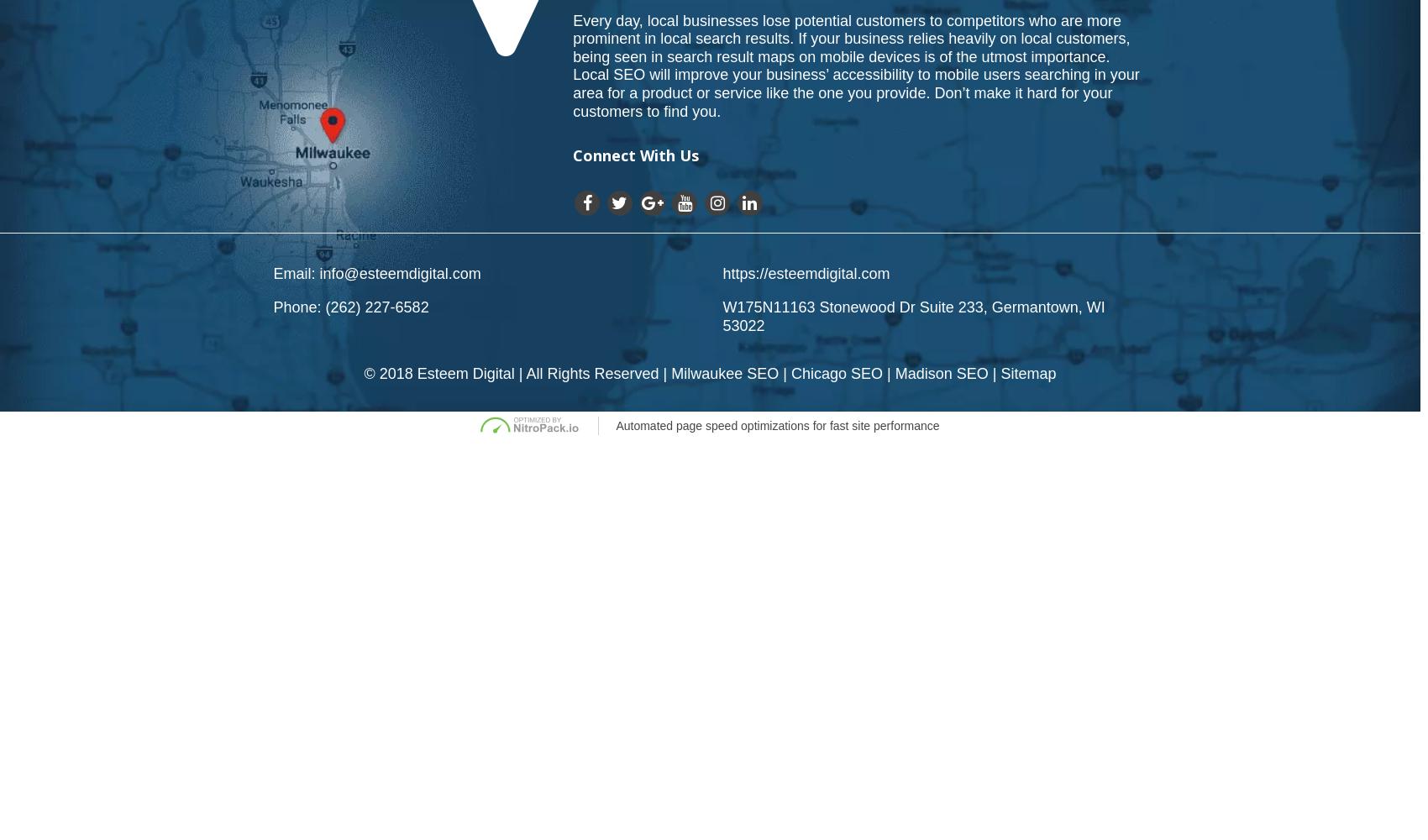 The width and height of the screenshot is (1428, 840). I want to click on 'Madison SEO', so click(941, 373).